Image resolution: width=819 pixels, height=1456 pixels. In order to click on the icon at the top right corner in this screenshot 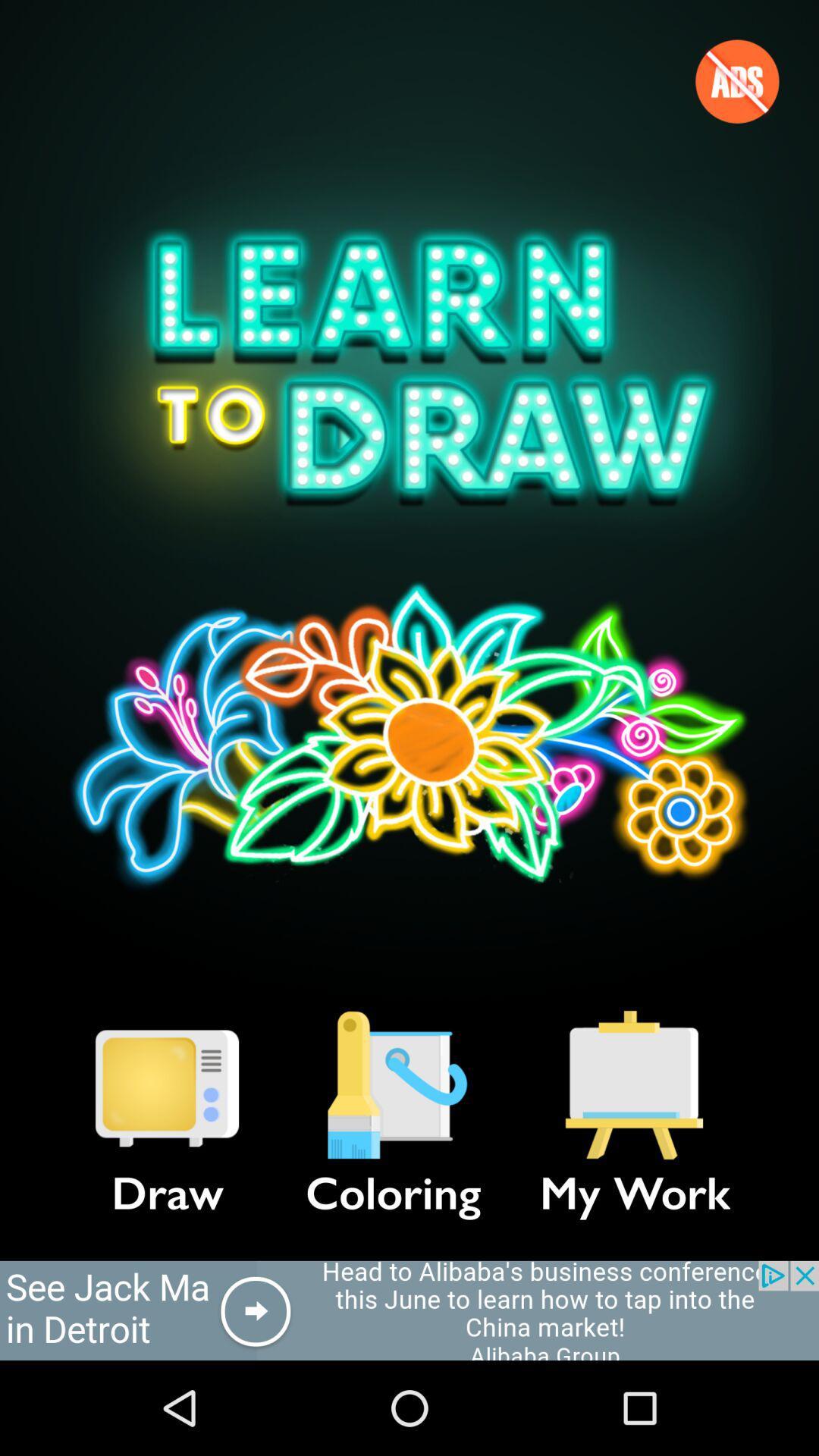, I will do `click(736, 80)`.